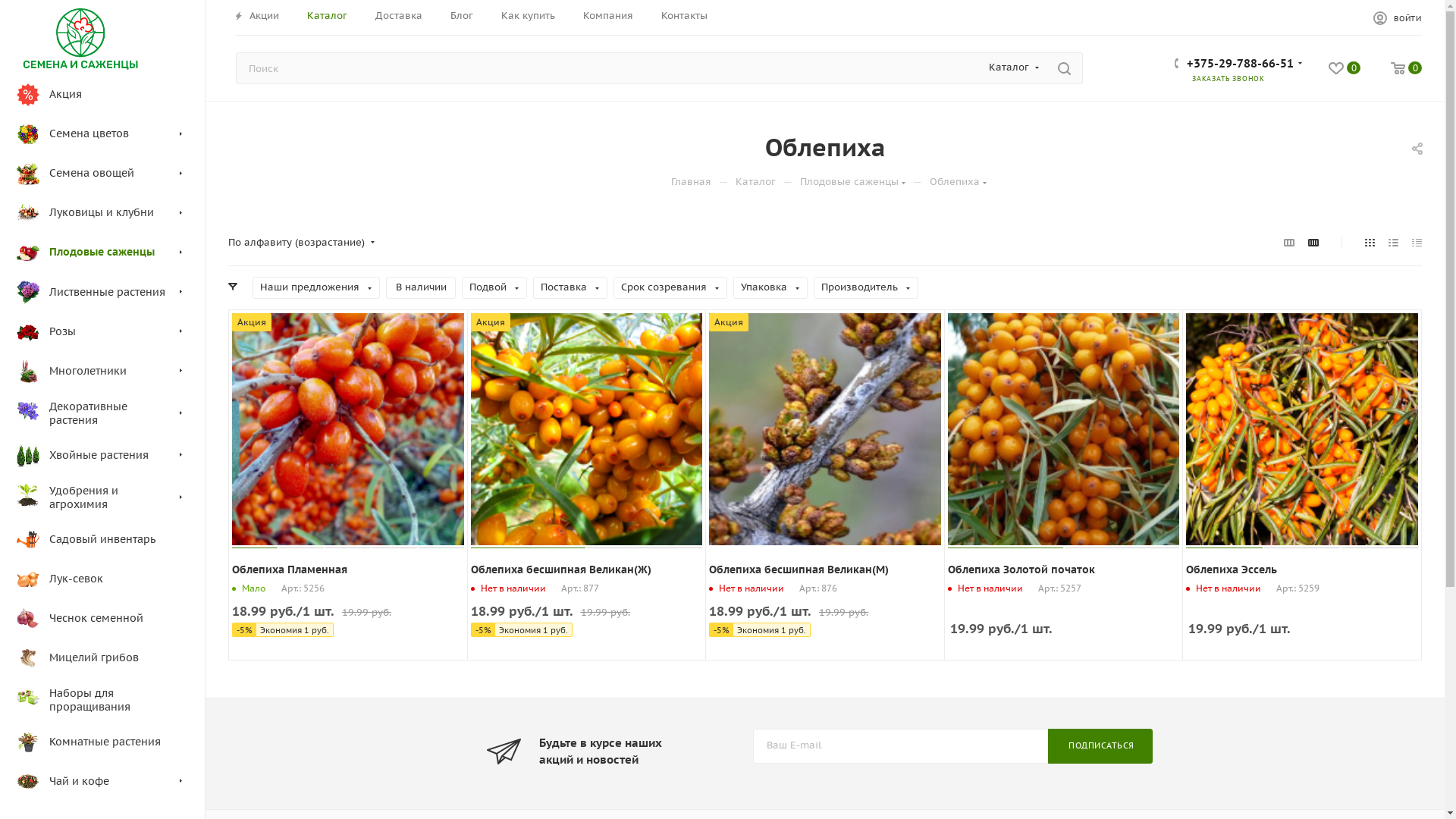 The image size is (1456, 819). Describe the element at coordinates (1405, 70) in the screenshot. I see `'0'` at that location.